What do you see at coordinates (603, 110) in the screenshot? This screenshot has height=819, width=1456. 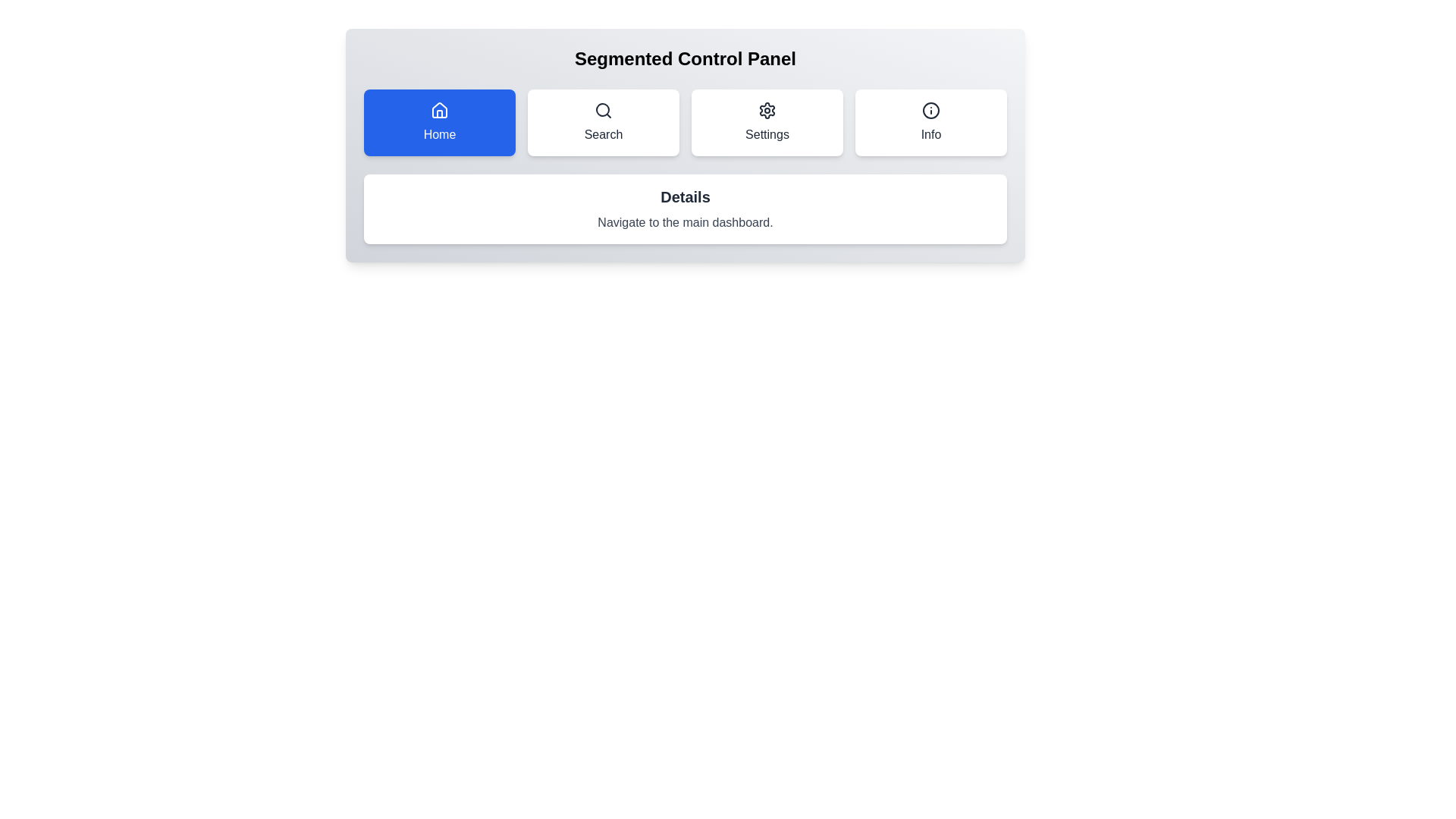 I see `the magnifying glass icon located at the center top of the 'Search' button` at bounding box center [603, 110].